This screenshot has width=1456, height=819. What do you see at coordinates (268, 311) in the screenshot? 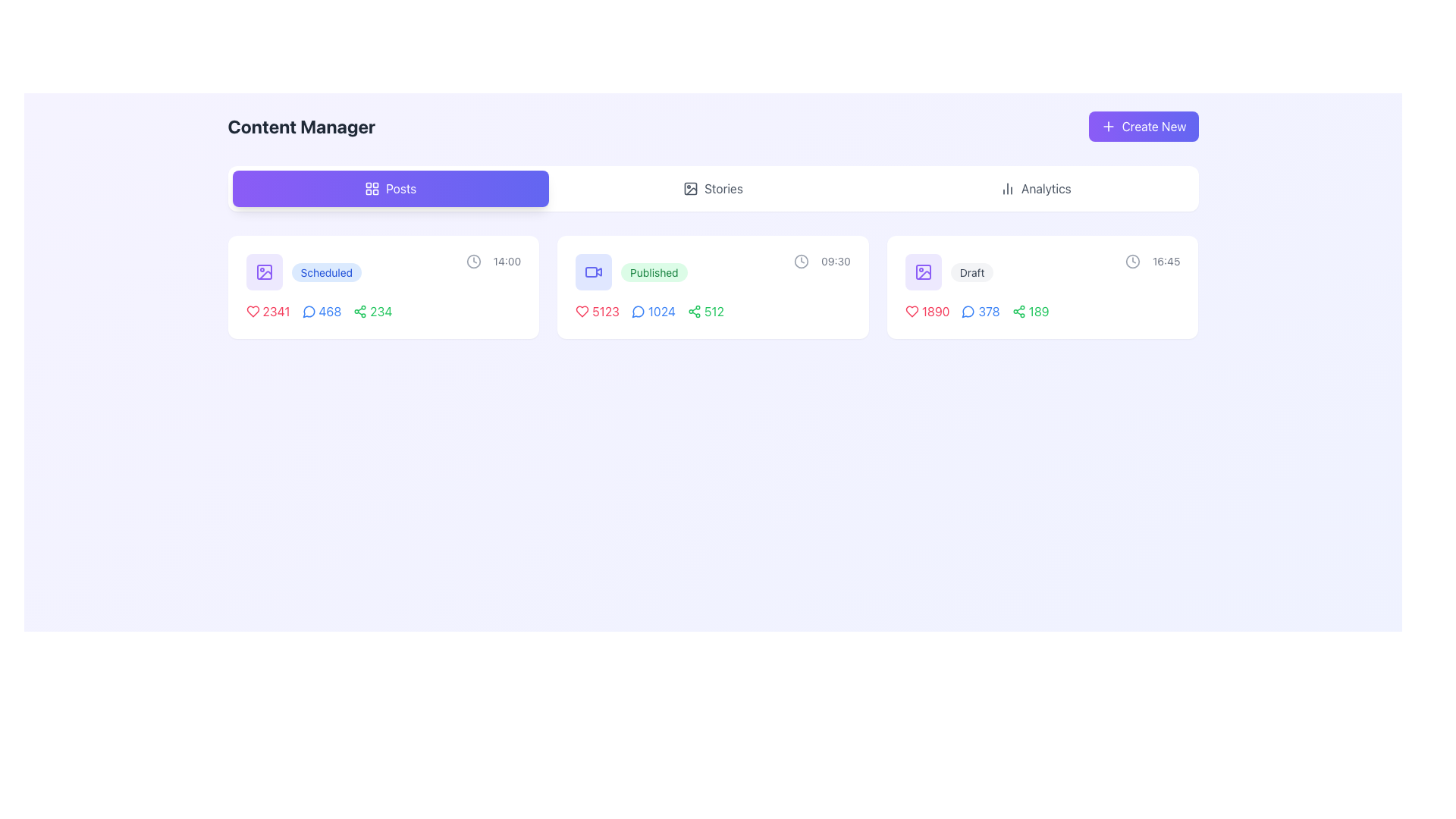
I see `number of likes or favorites displayed by the Text Value with Icon located at the top-left corner of the statistics row in the 'Scheduled' post card` at bounding box center [268, 311].